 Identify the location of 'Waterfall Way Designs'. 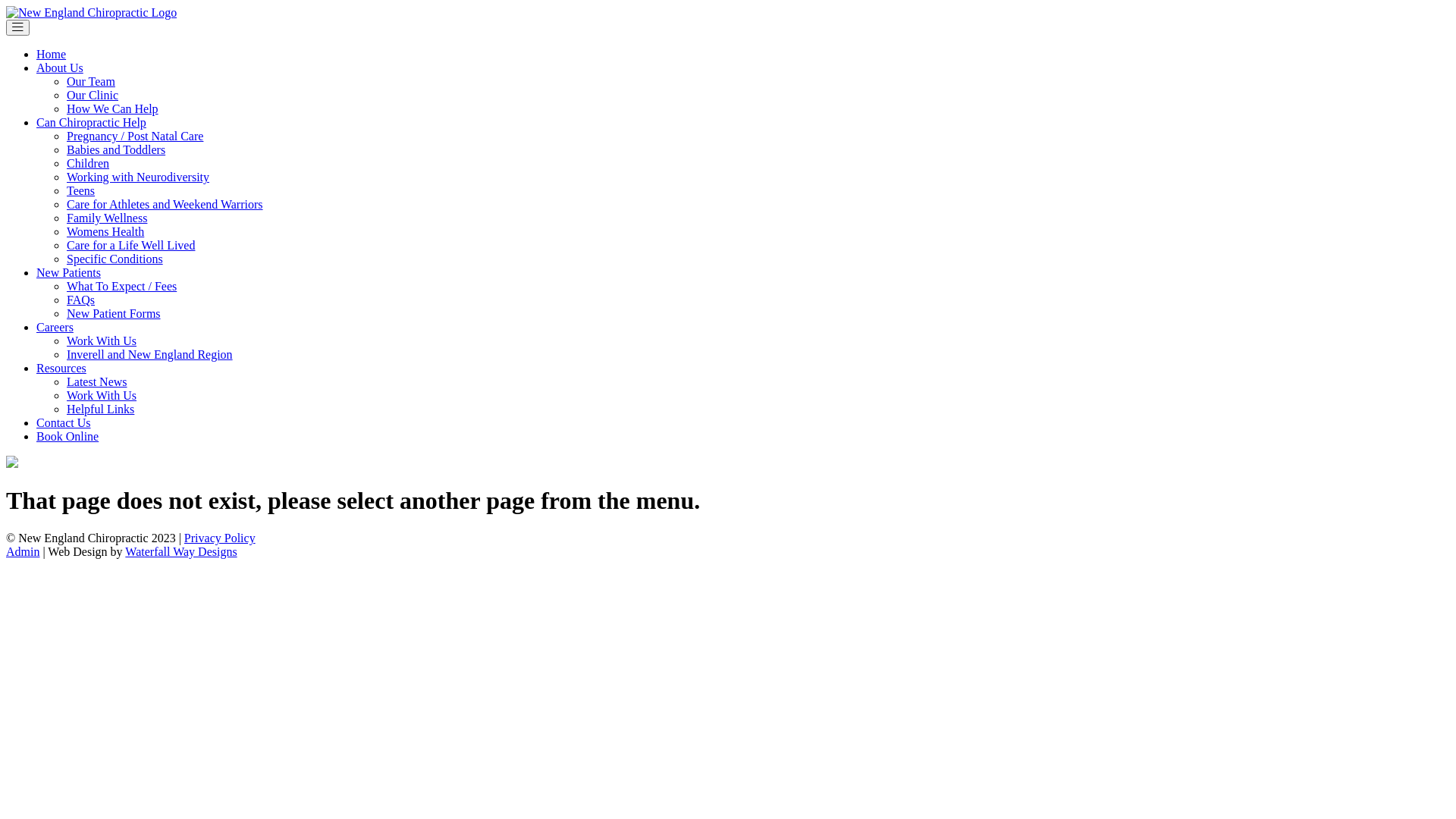
(180, 551).